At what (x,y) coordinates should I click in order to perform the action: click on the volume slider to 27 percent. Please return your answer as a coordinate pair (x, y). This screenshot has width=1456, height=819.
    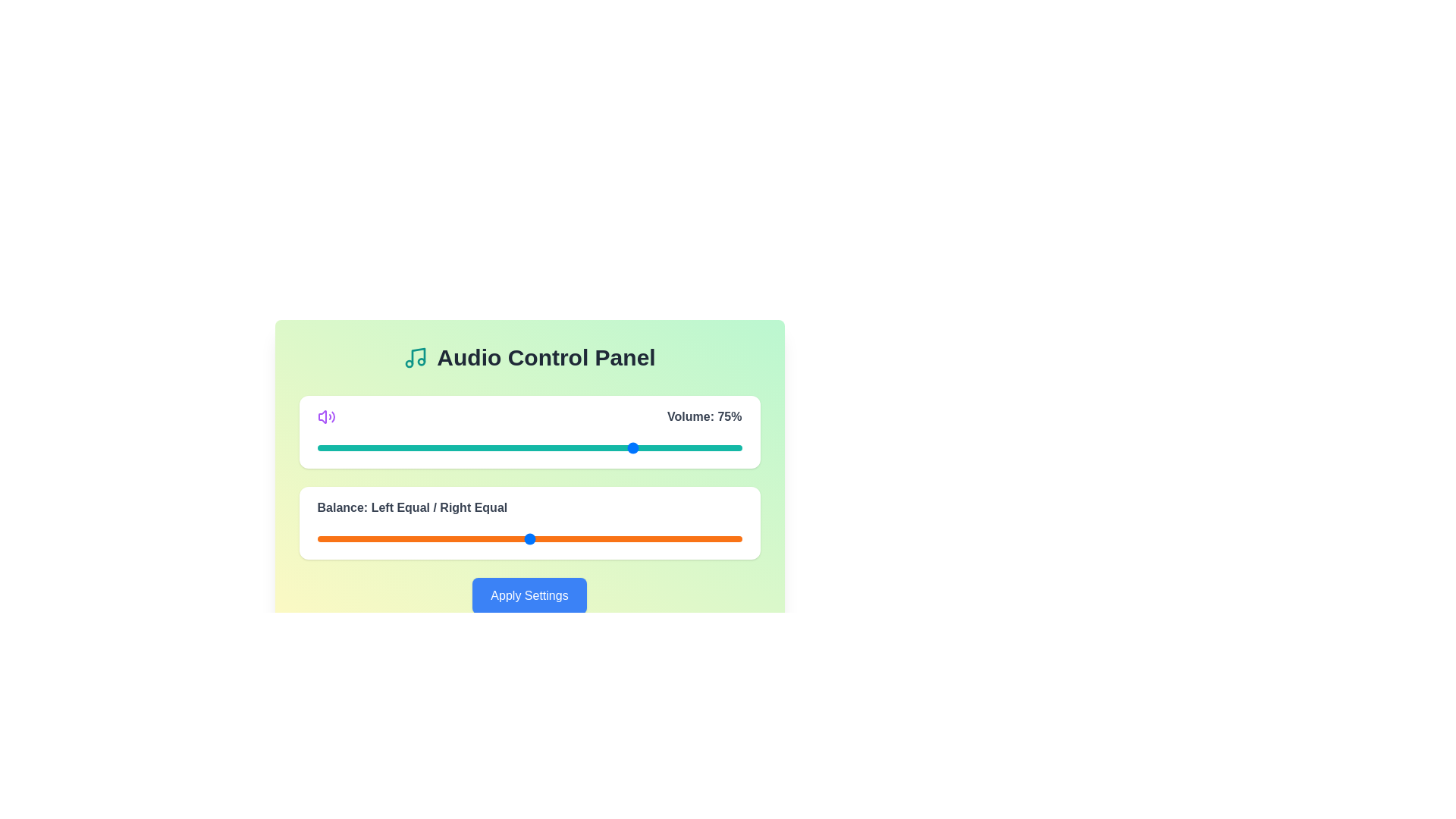
    Looking at the image, I should click on (431, 447).